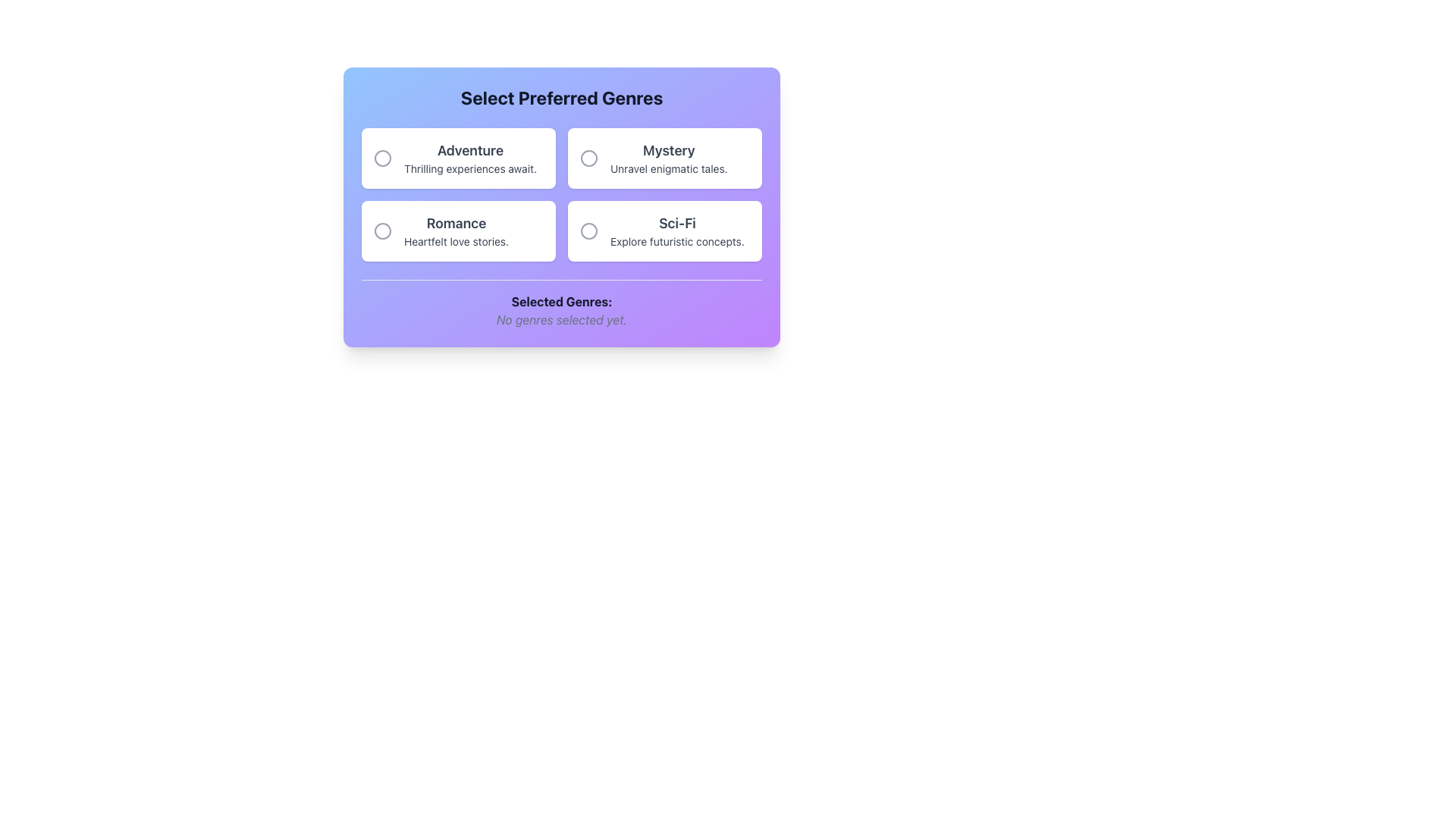 The width and height of the screenshot is (1456, 819). Describe the element at coordinates (456, 223) in the screenshot. I see `the text label for the genre option 'Heartfelt love stories', which is located in the second row and first column of a 2x2 grid arrangement, with a circular selector on its left` at that location.